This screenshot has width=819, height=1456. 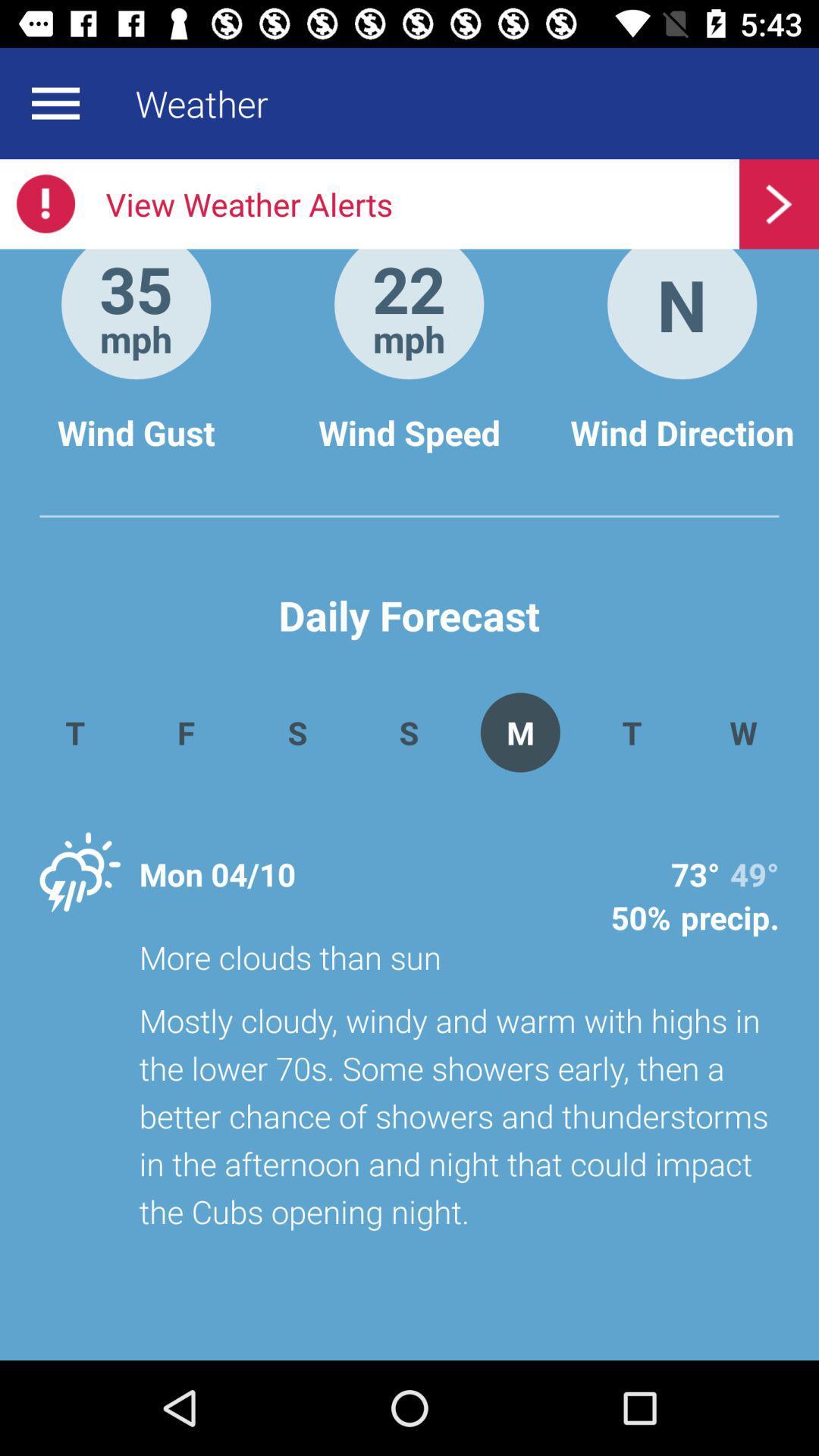 What do you see at coordinates (408, 733) in the screenshot?
I see `button which on left to m` at bounding box center [408, 733].